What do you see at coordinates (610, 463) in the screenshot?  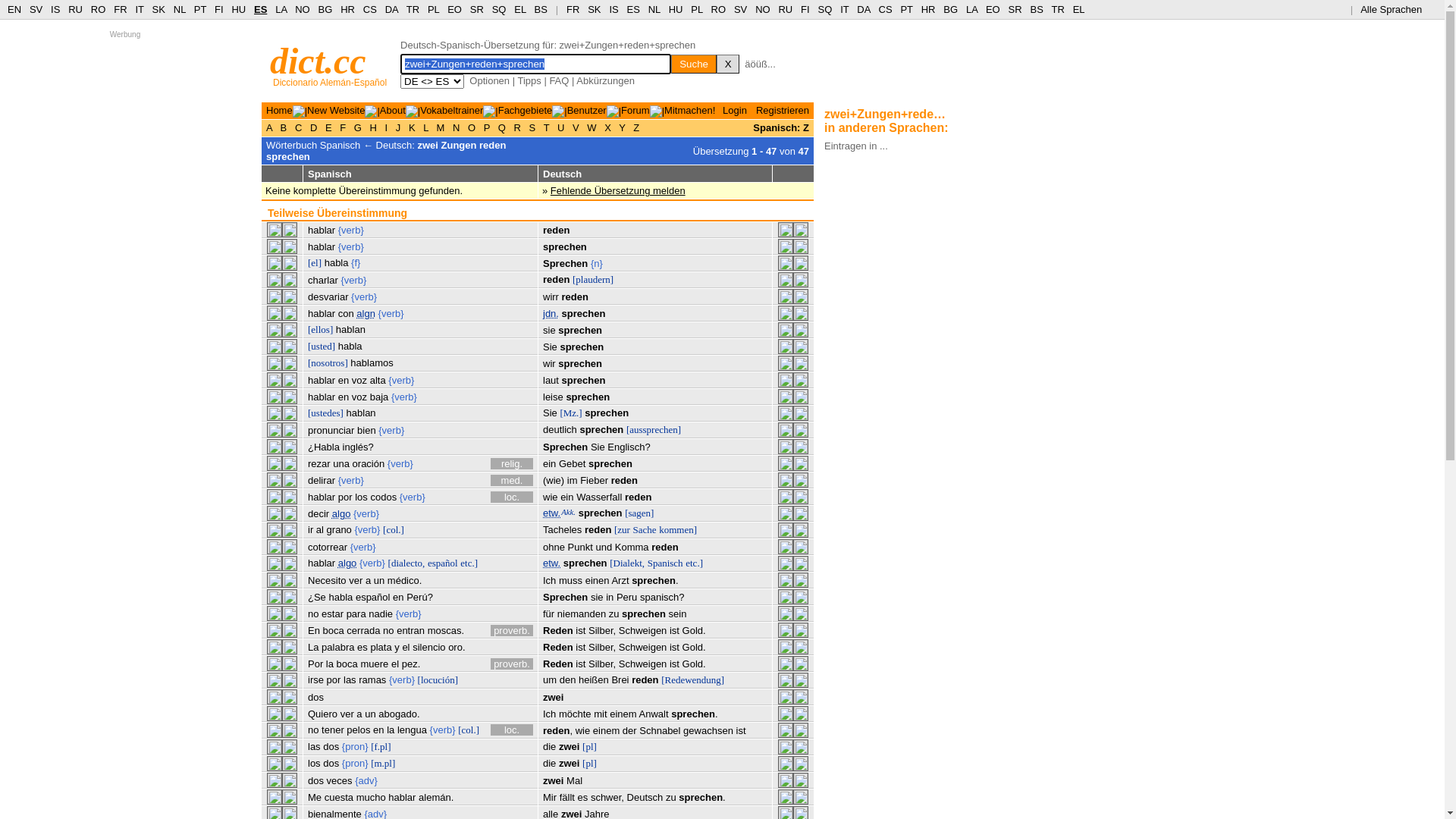 I see `'sprechen'` at bounding box center [610, 463].